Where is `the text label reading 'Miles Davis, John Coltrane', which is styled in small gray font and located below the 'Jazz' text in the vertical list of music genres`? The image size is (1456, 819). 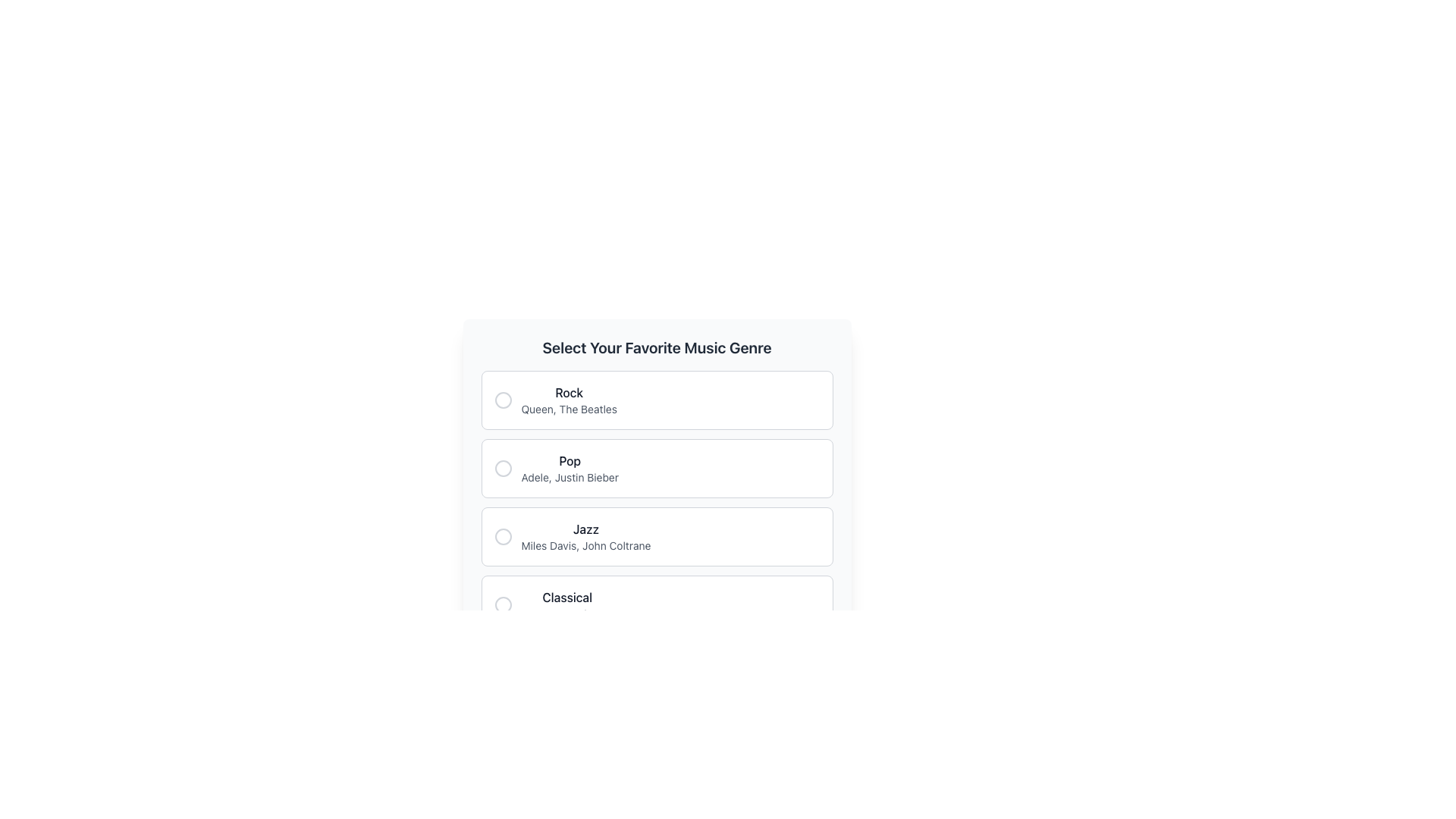 the text label reading 'Miles Davis, John Coltrane', which is styled in small gray font and located below the 'Jazz' text in the vertical list of music genres is located at coordinates (585, 546).